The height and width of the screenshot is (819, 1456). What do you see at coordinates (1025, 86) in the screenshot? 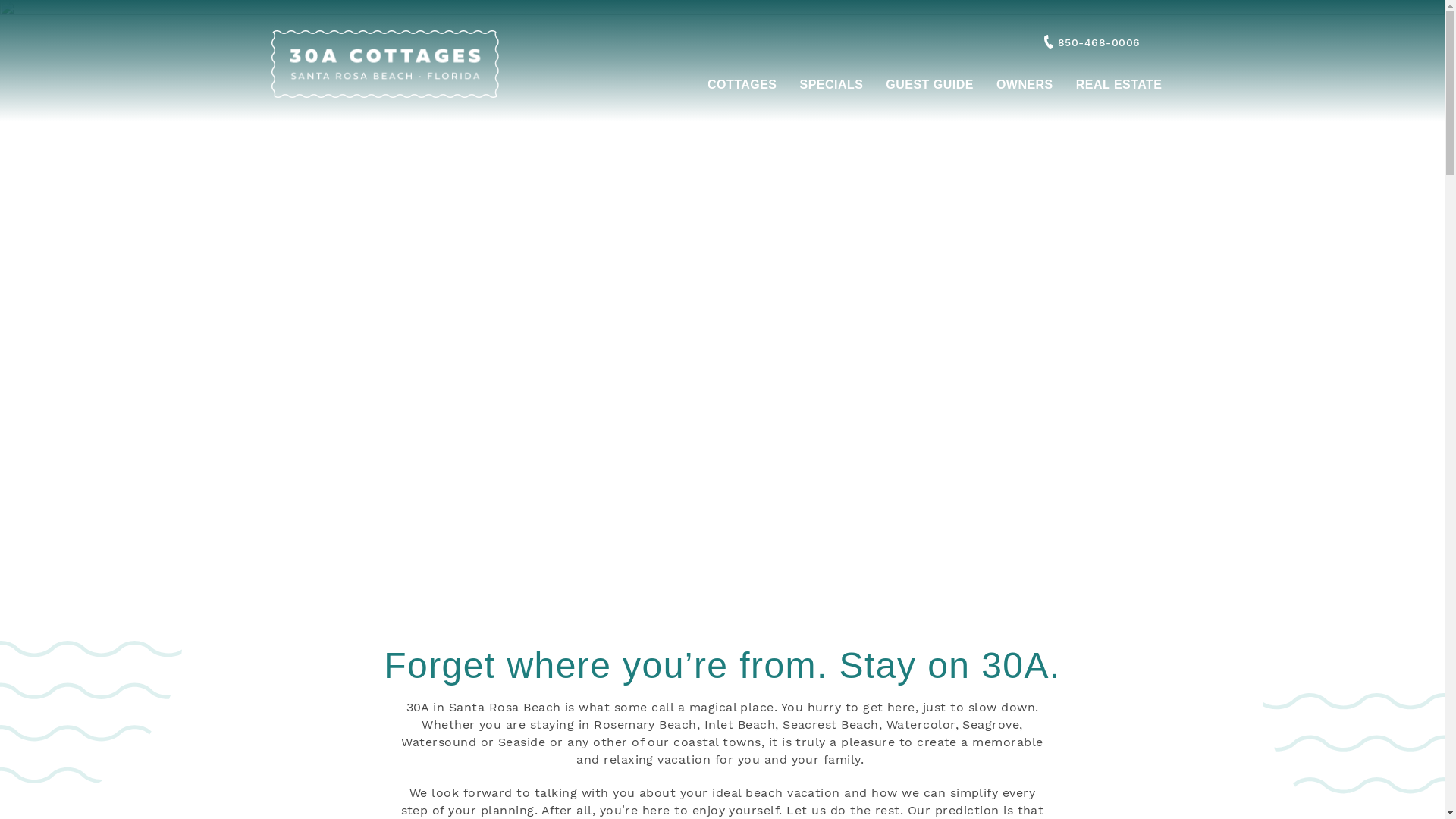
I see `'OWNERS'` at bounding box center [1025, 86].